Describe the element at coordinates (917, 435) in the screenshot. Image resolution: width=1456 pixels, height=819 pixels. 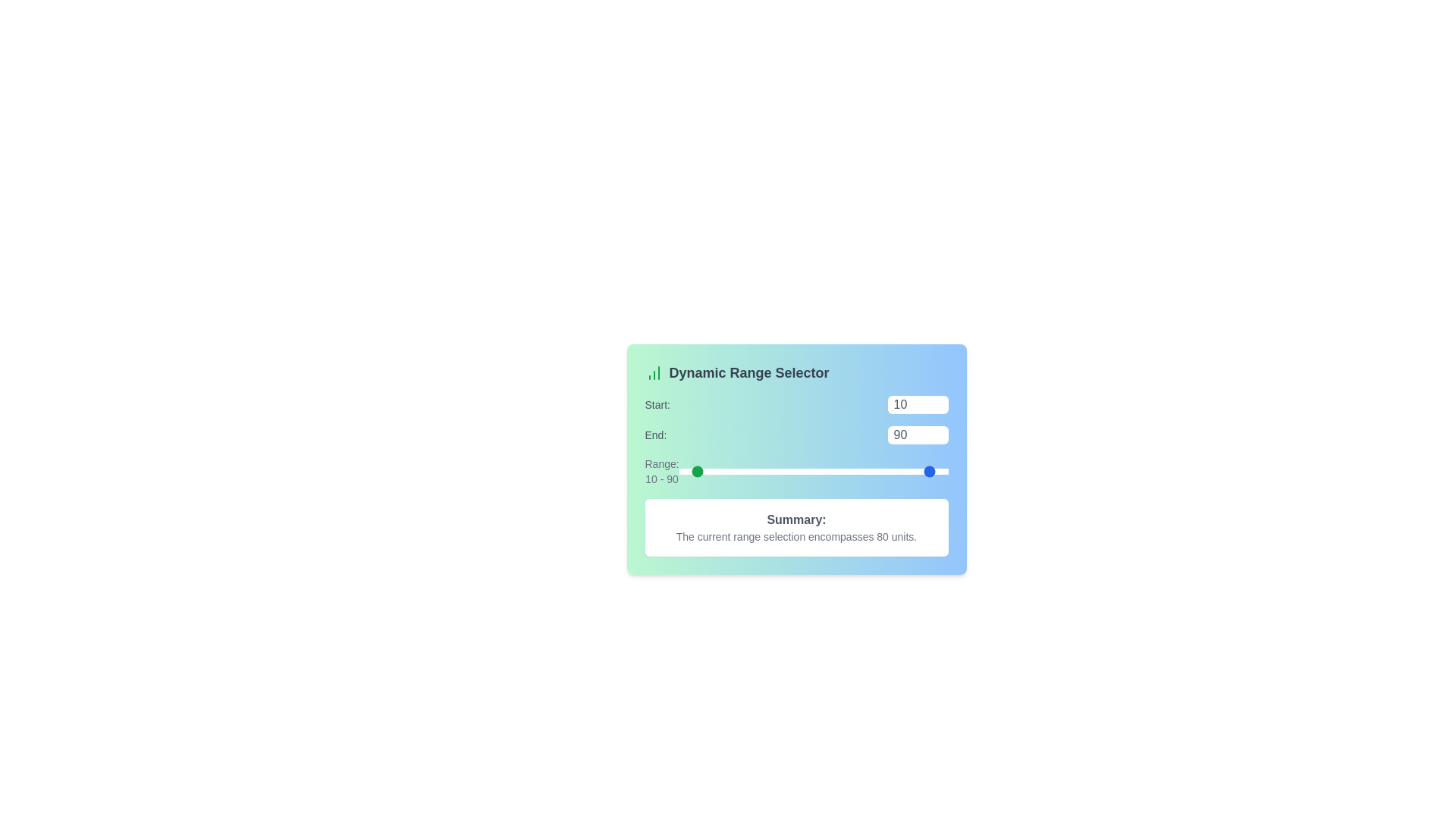
I see `the 'End' range value to 10 using the input box` at that location.